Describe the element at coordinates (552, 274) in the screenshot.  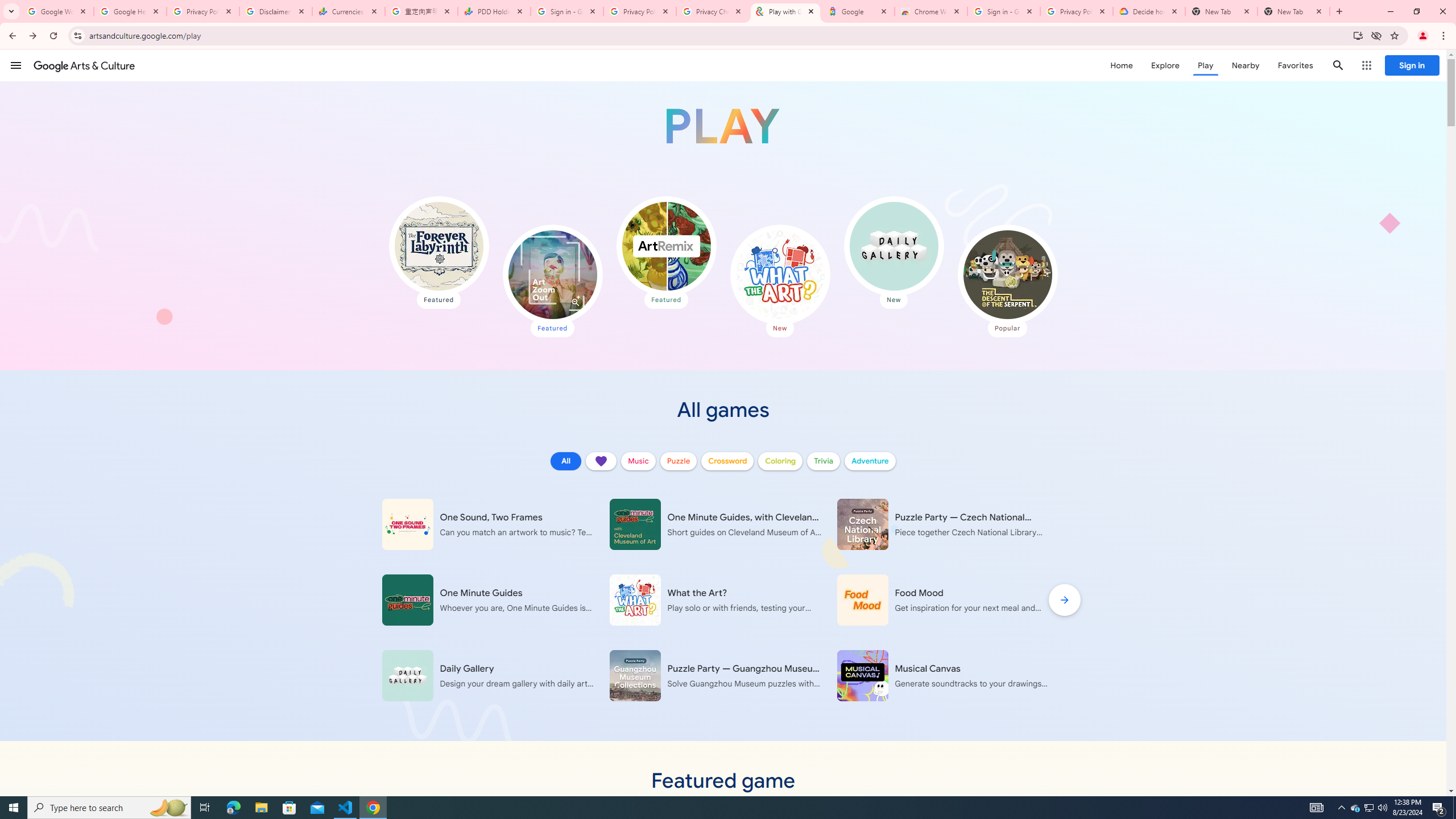
I see `'Art Zoom Out'` at that location.